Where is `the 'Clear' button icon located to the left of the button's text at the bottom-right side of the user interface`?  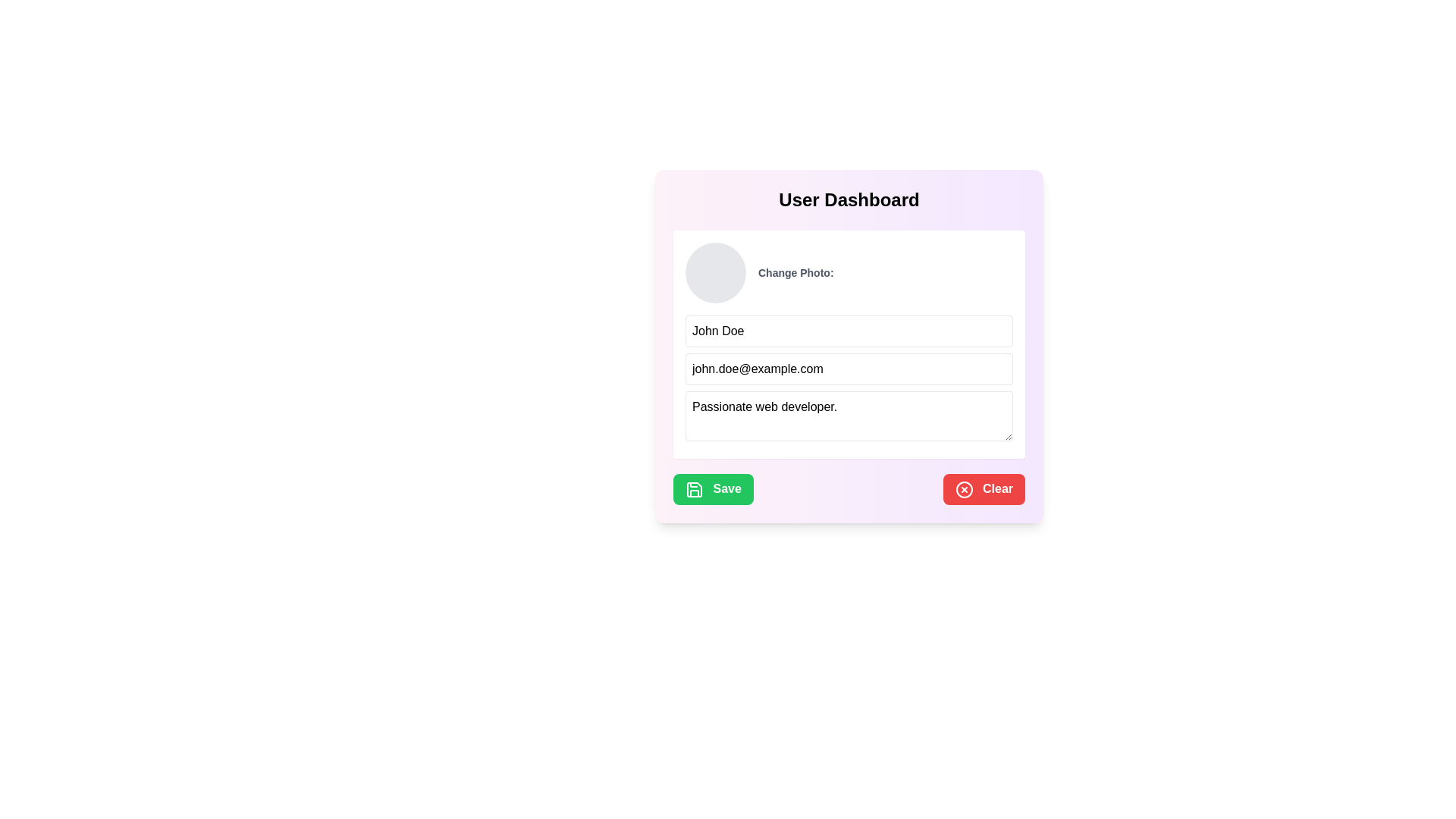 the 'Clear' button icon located to the left of the button's text at the bottom-right side of the user interface is located at coordinates (963, 489).